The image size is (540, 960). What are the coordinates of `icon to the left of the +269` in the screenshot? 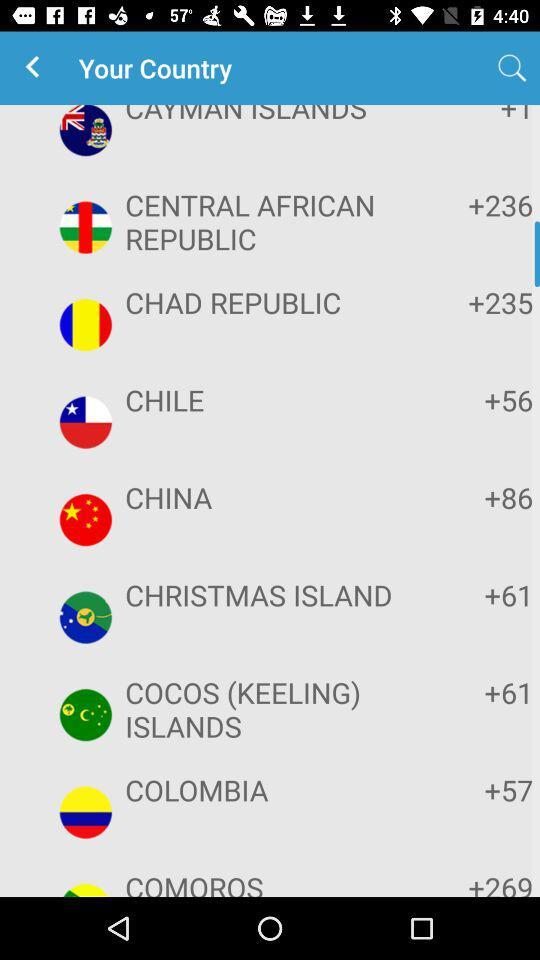 It's located at (267, 881).